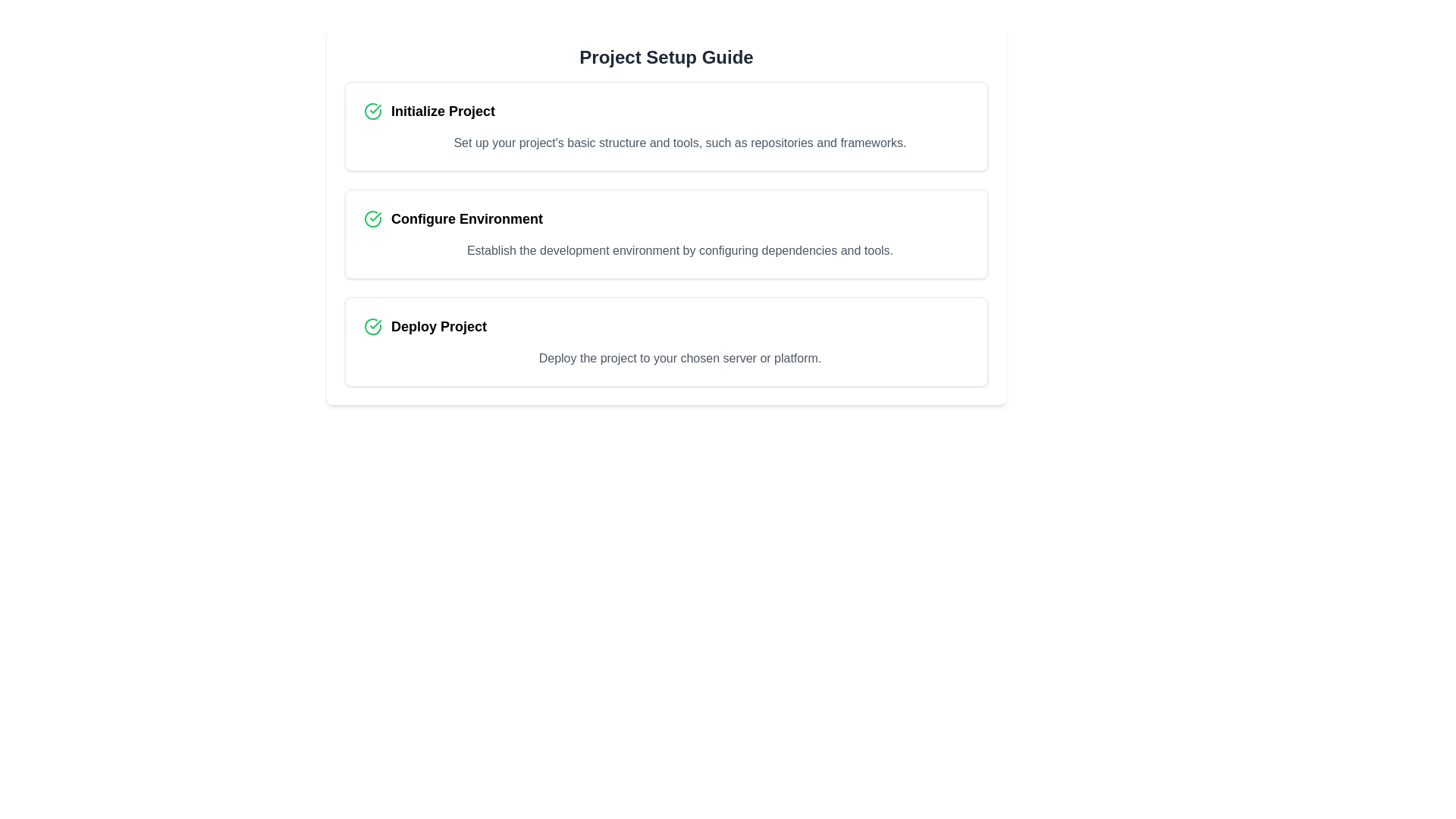 This screenshot has width=1456, height=819. Describe the element at coordinates (666, 234) in the screenshot. I see `the 'Configure Environment' section of the Informational Display, which is the second section in the Project Setup Guide` at that location.